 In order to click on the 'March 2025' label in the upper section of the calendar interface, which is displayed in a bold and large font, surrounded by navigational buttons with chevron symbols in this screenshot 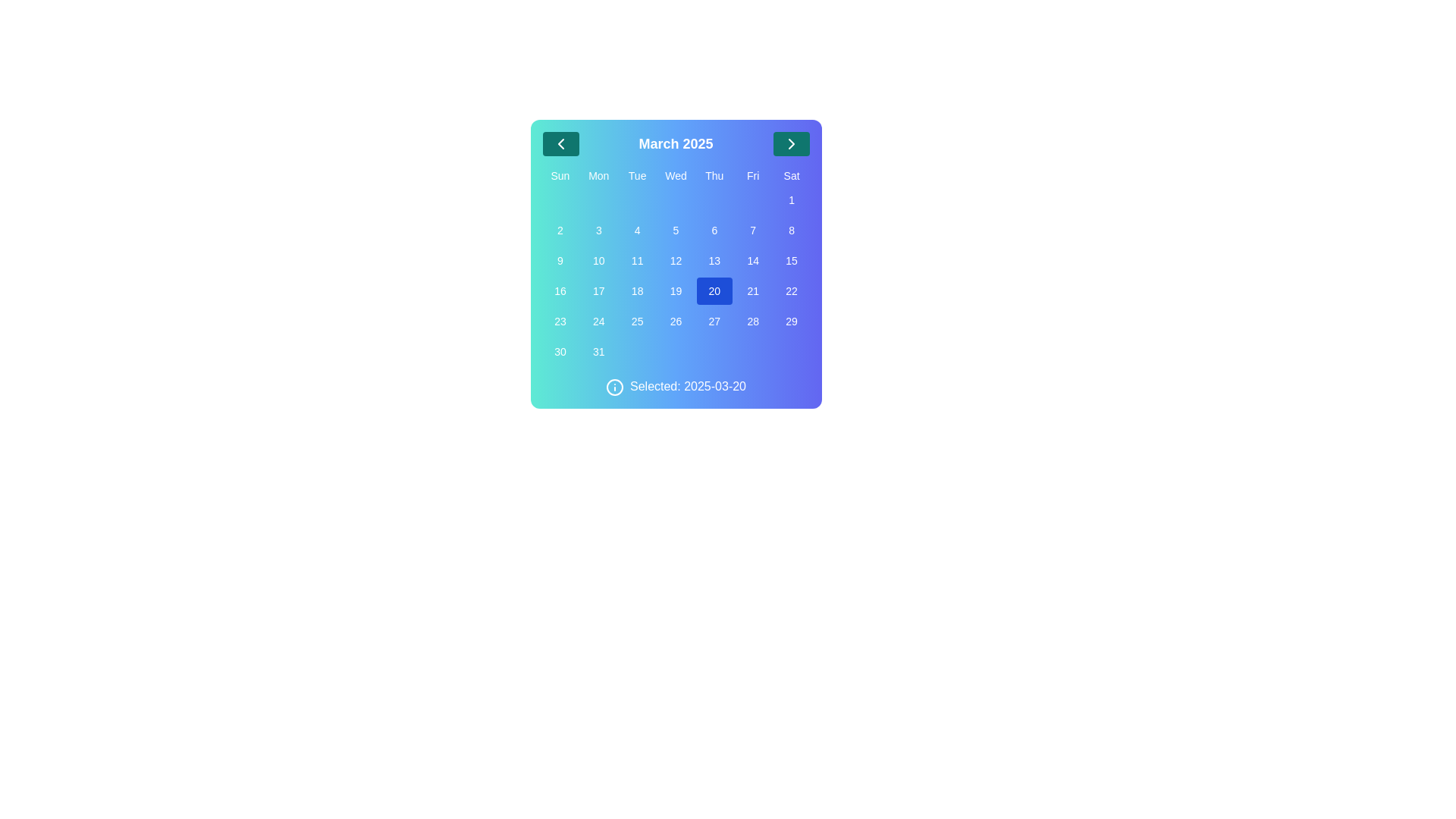, I will do `click(675, 143)`.